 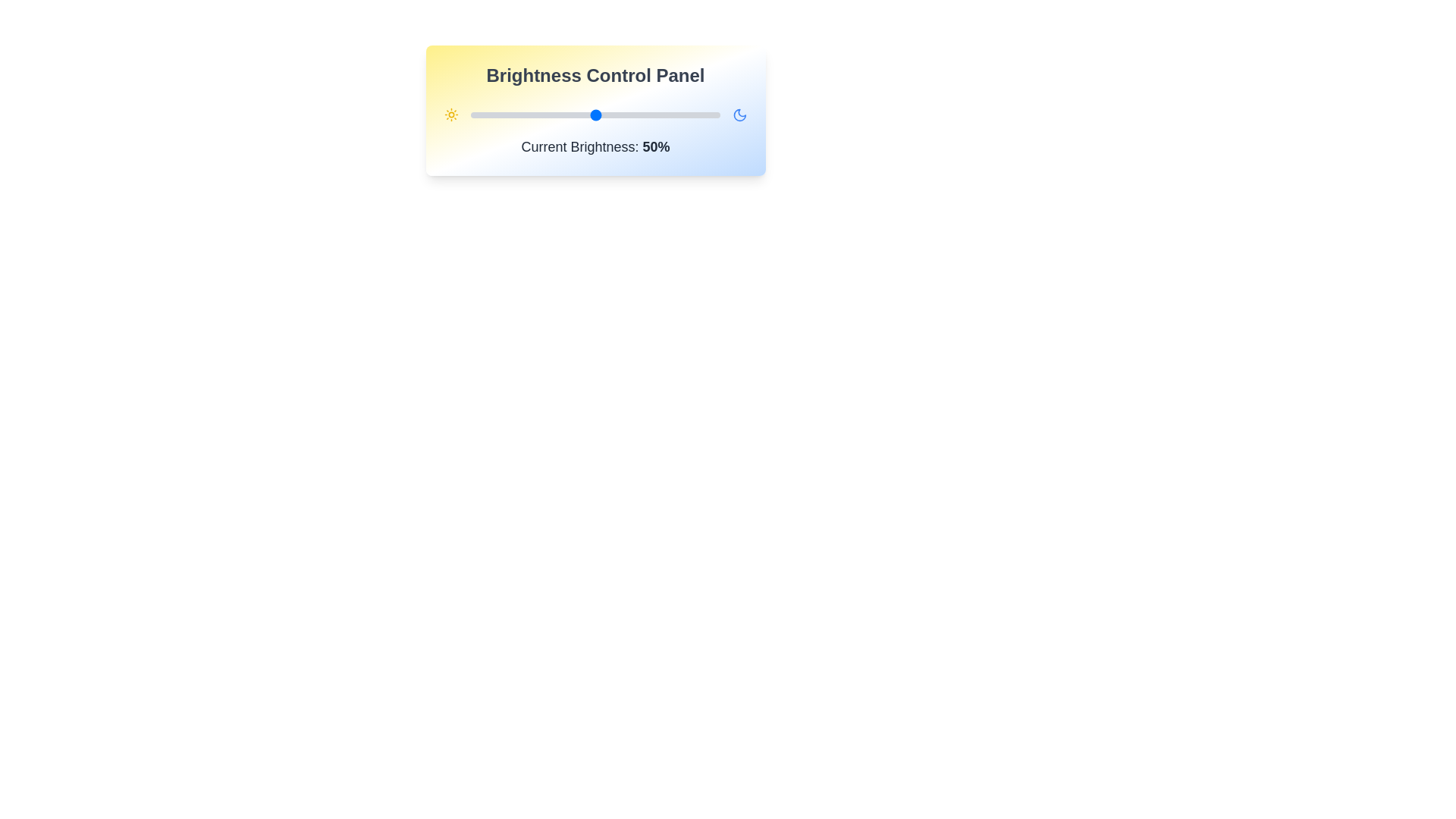 I want to click on the brightness level, so click(x=635, y=114).